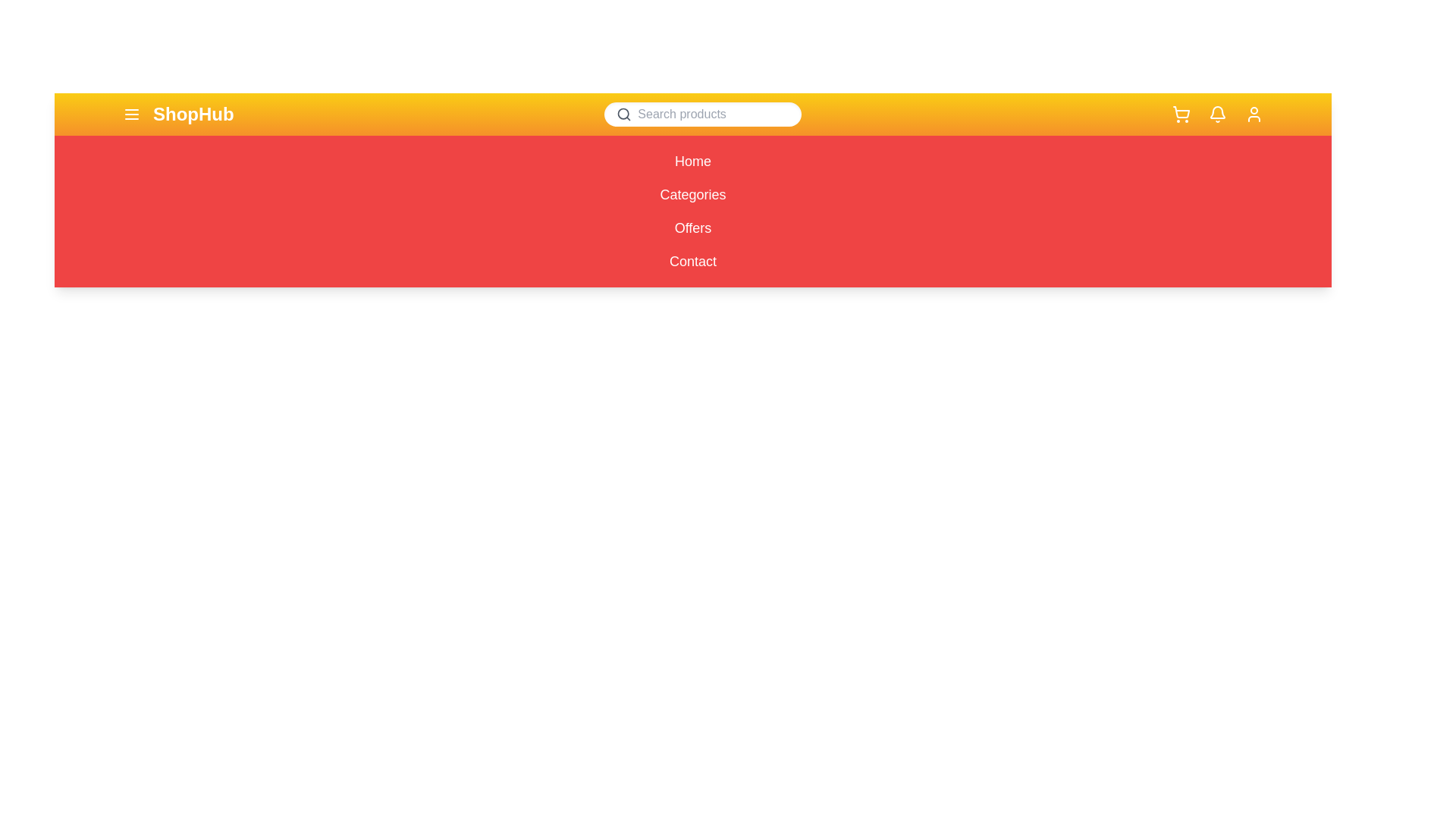 This screenshot has width=1456, height=819. I want to click on the shopping cart icon to view the cart, so click(1180, 113).